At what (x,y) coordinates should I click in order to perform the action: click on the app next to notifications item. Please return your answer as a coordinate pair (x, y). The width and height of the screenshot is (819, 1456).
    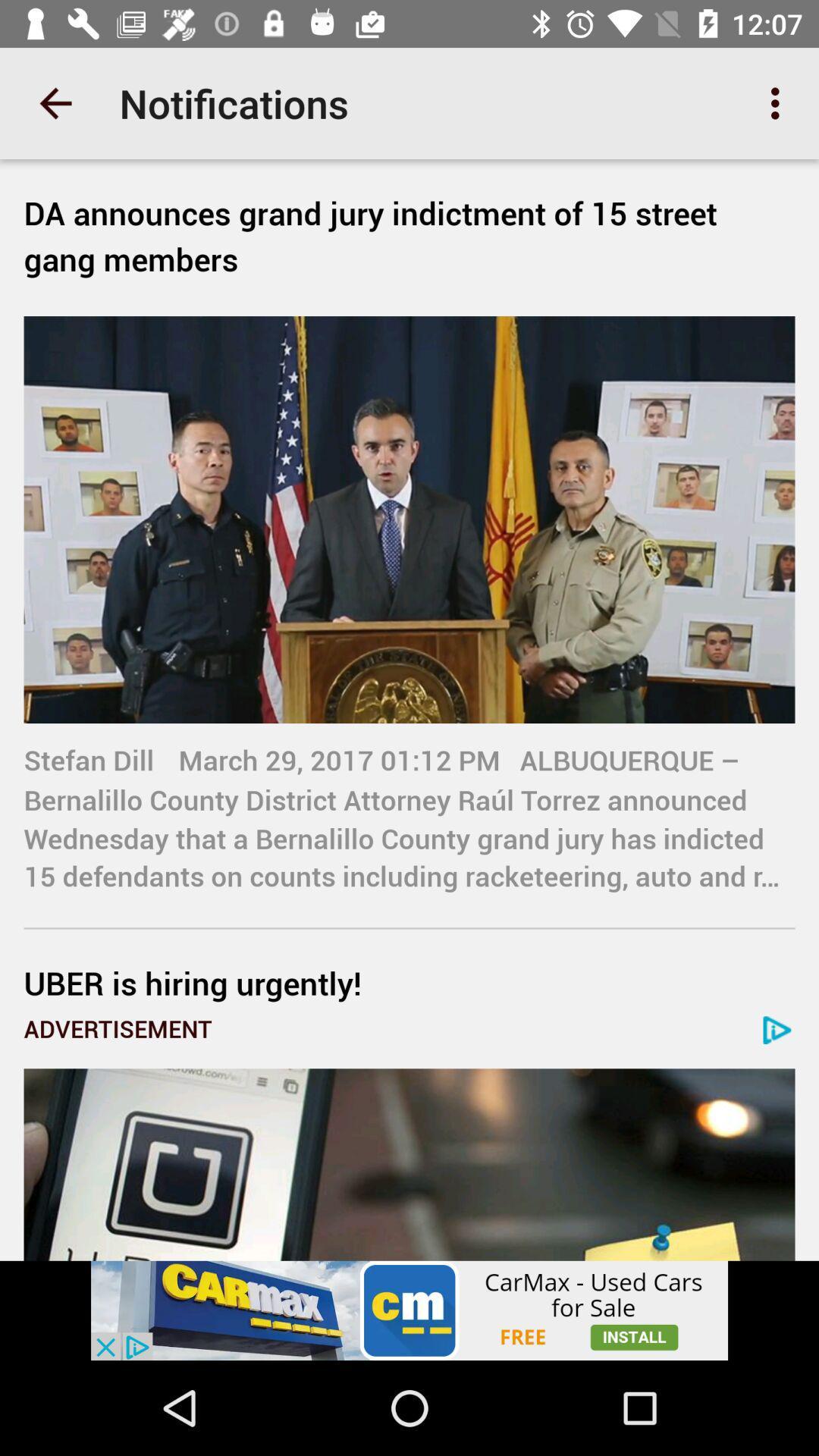
    Looking at the image, I should click on (55, 102).